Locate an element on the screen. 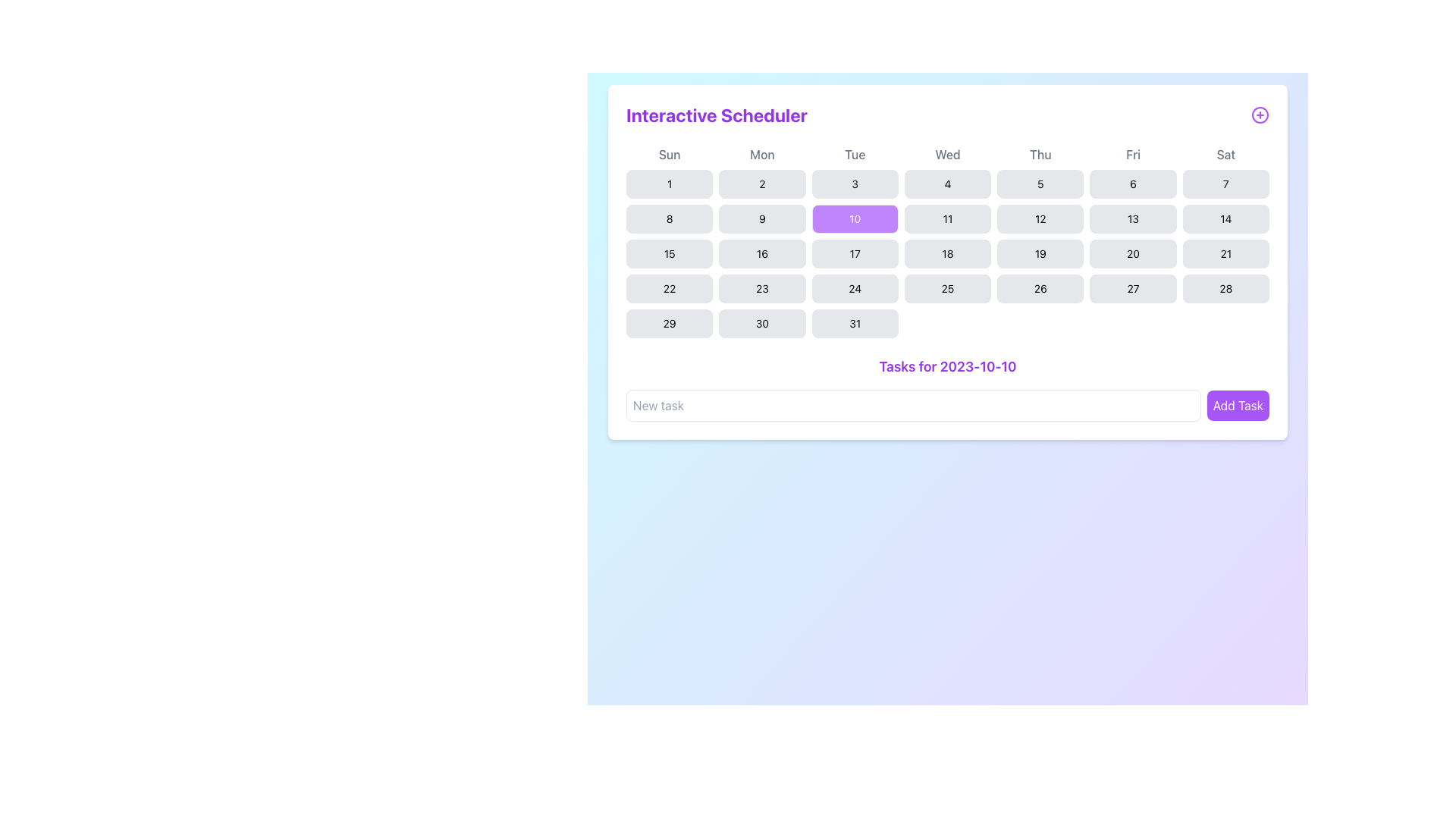 Image resolution: width=1456 pixels, height=819 pixels. the button displaying the number '19' in the fifth box of the fifth row in the calendar layout, located under the 'Thu' column is located at coordinates (1040, 253).